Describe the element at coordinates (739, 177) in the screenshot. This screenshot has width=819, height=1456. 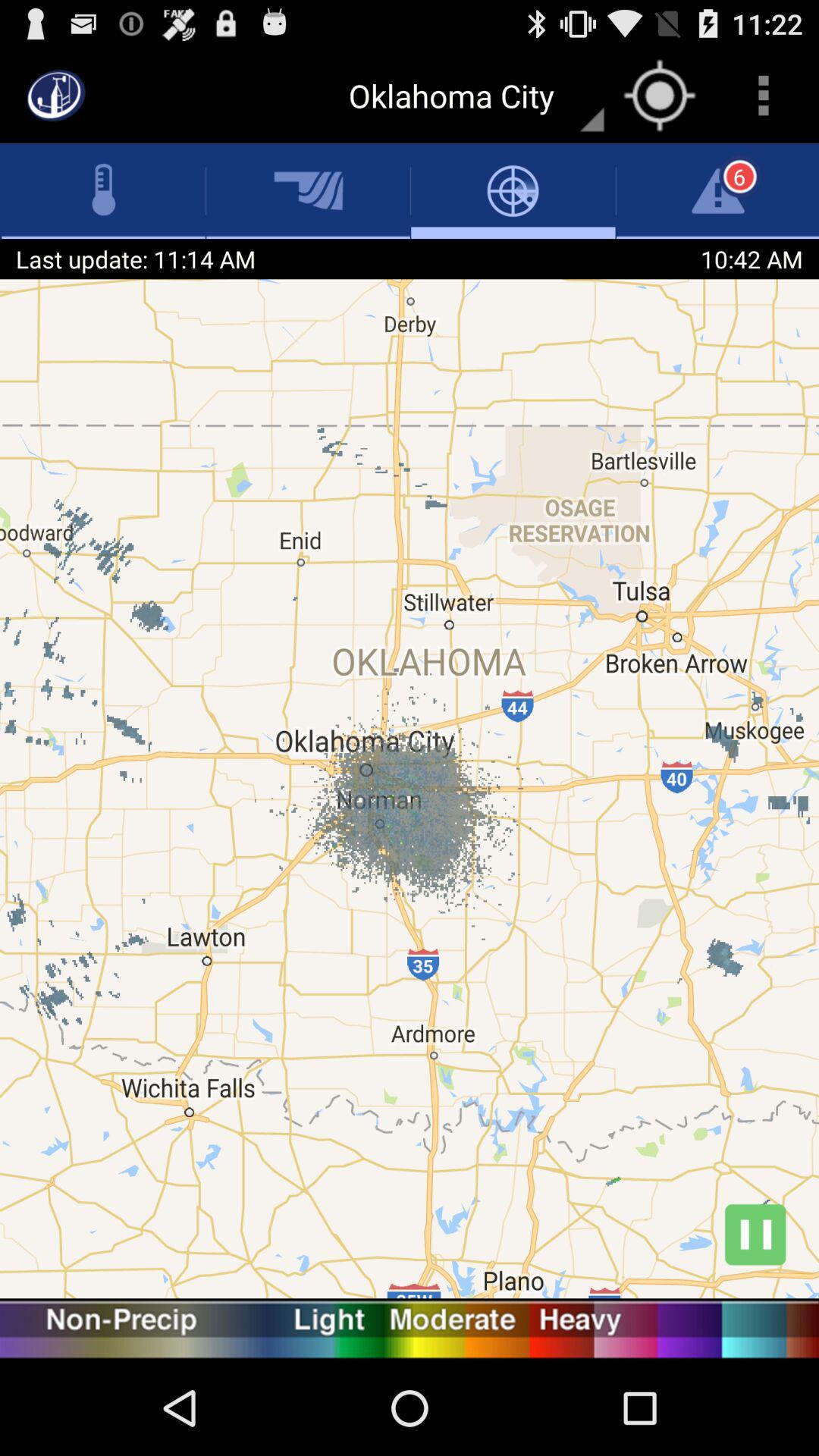
I see `the number on the icon which is on top at the right corner` at that location.